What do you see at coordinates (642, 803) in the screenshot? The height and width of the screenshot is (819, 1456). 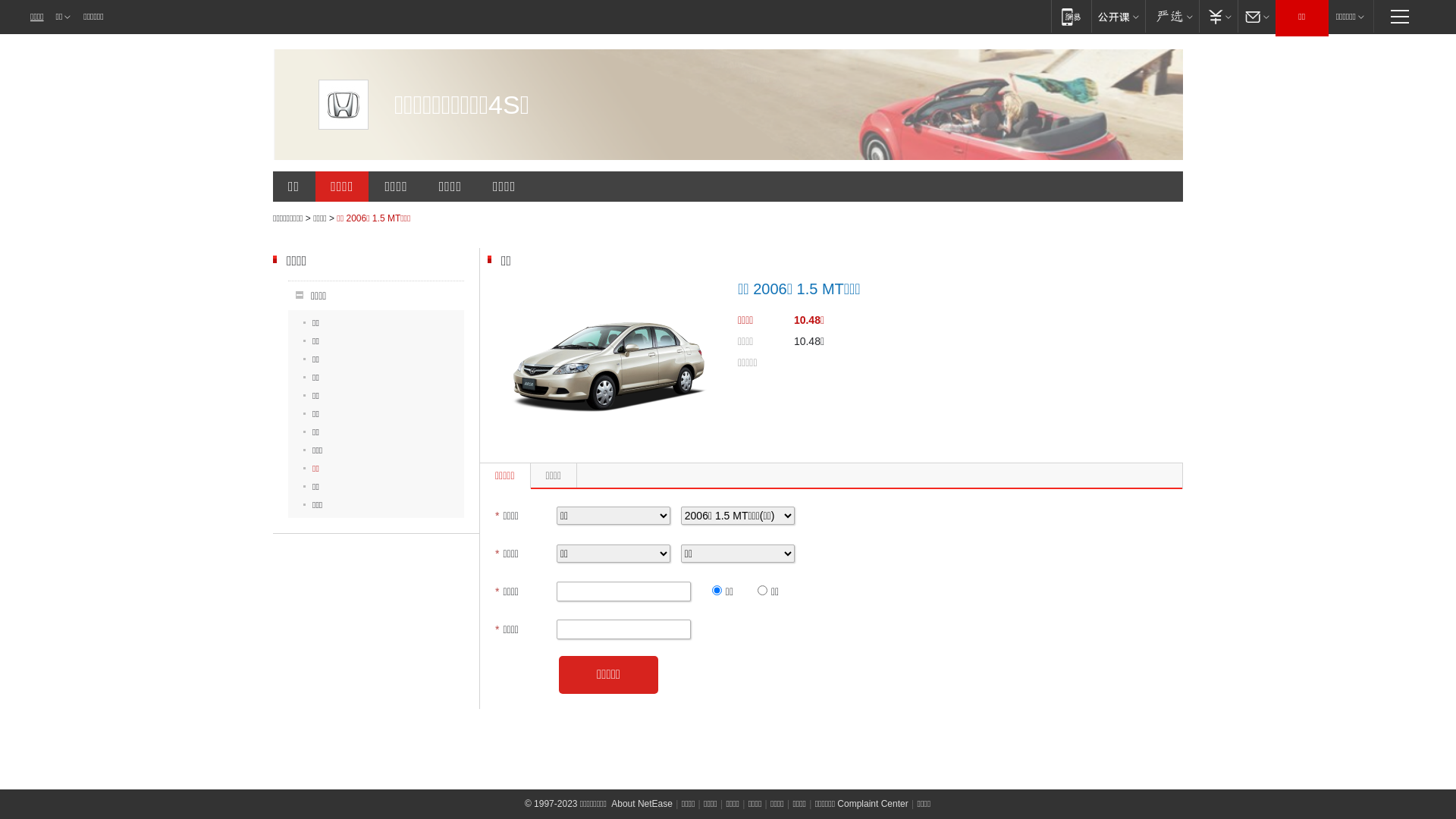 I see `'About NetEase'` at bounding box center [642, 803].